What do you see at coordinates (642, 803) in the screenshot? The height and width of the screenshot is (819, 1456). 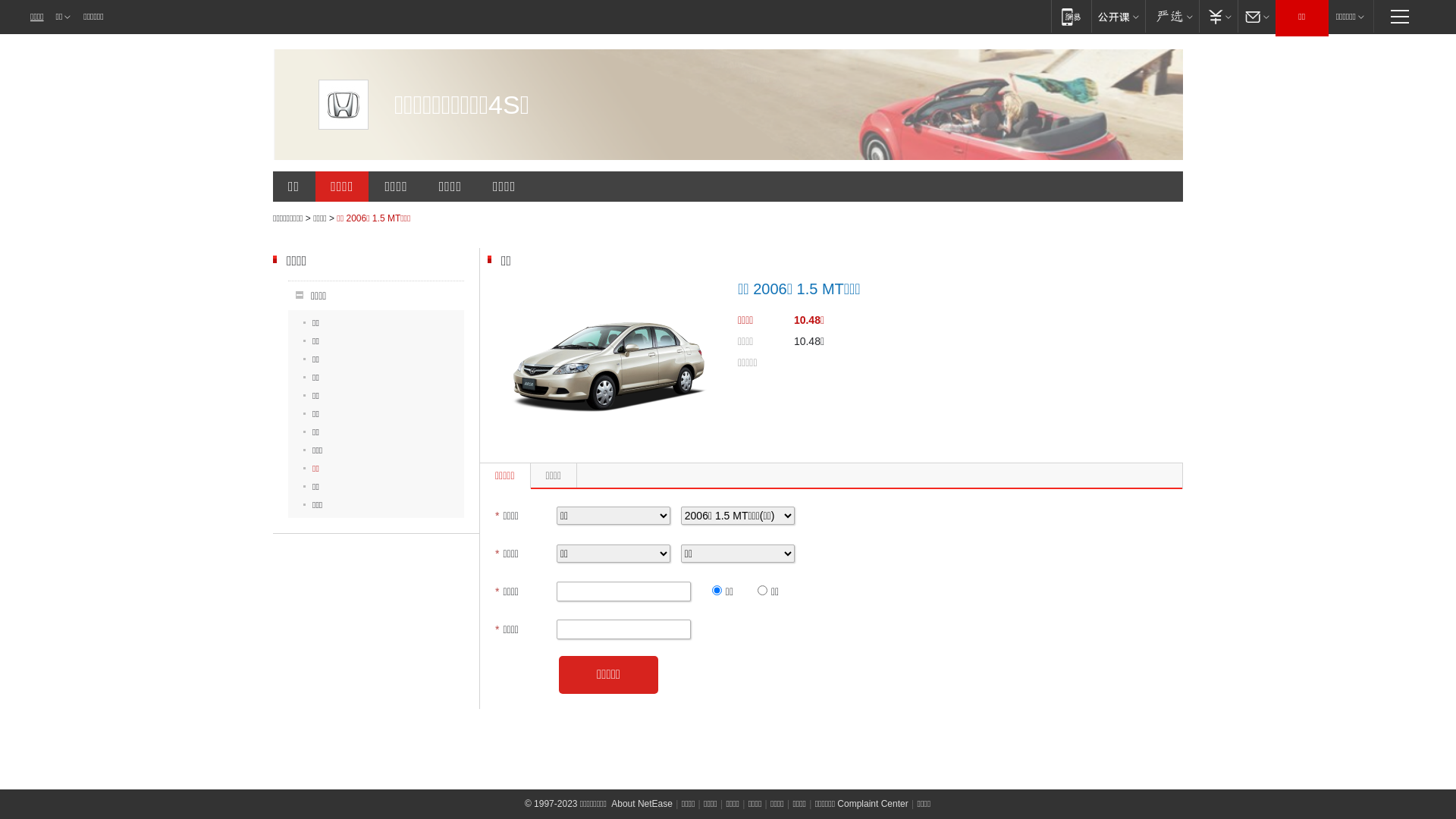 I see `'About NetEase'` at bounding box center [642, 803].